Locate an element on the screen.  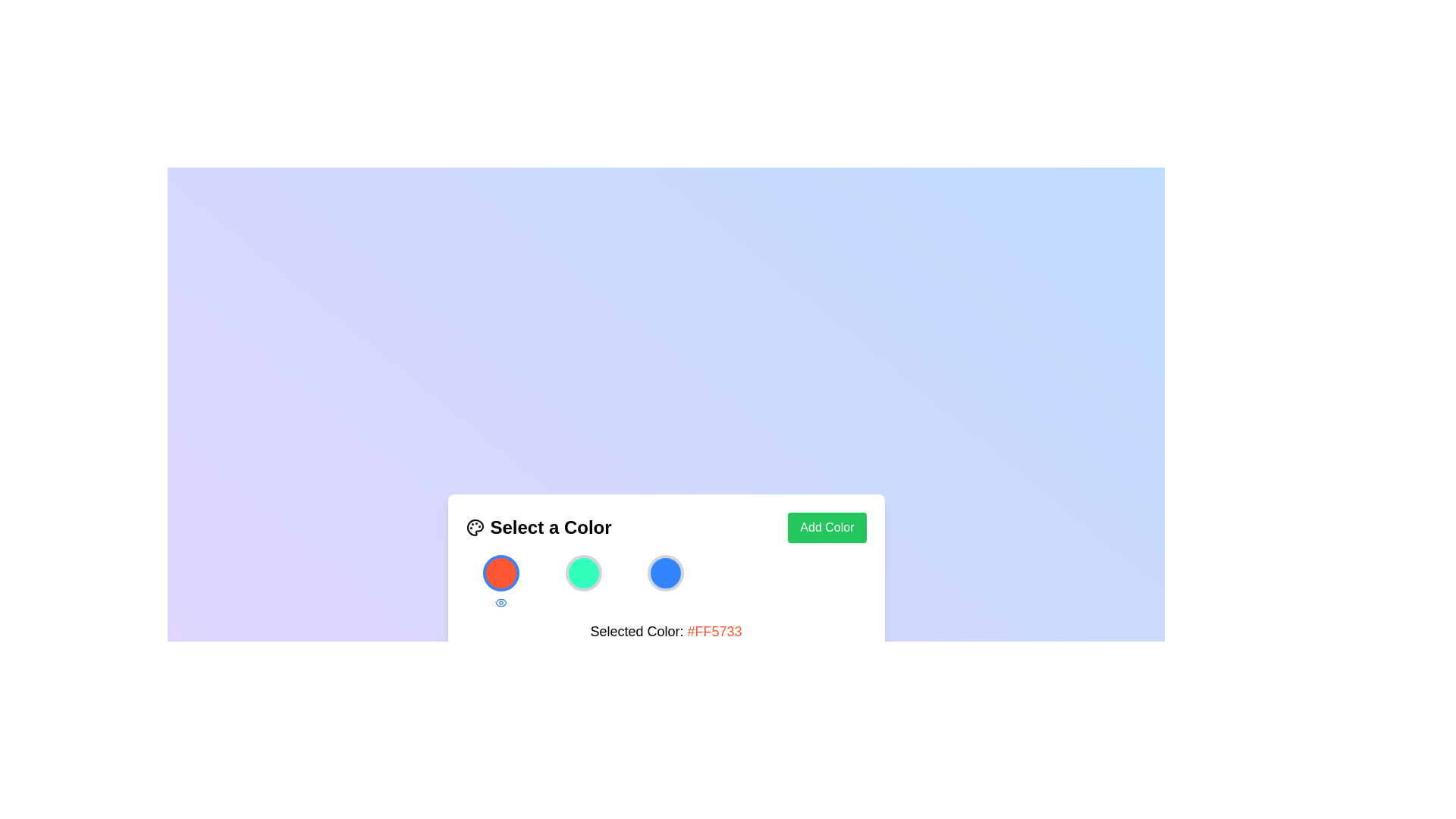
the first circular selectable button with an orange fill and blue border, located under the 'Select a Color' header is located at coordinates (500, 581).